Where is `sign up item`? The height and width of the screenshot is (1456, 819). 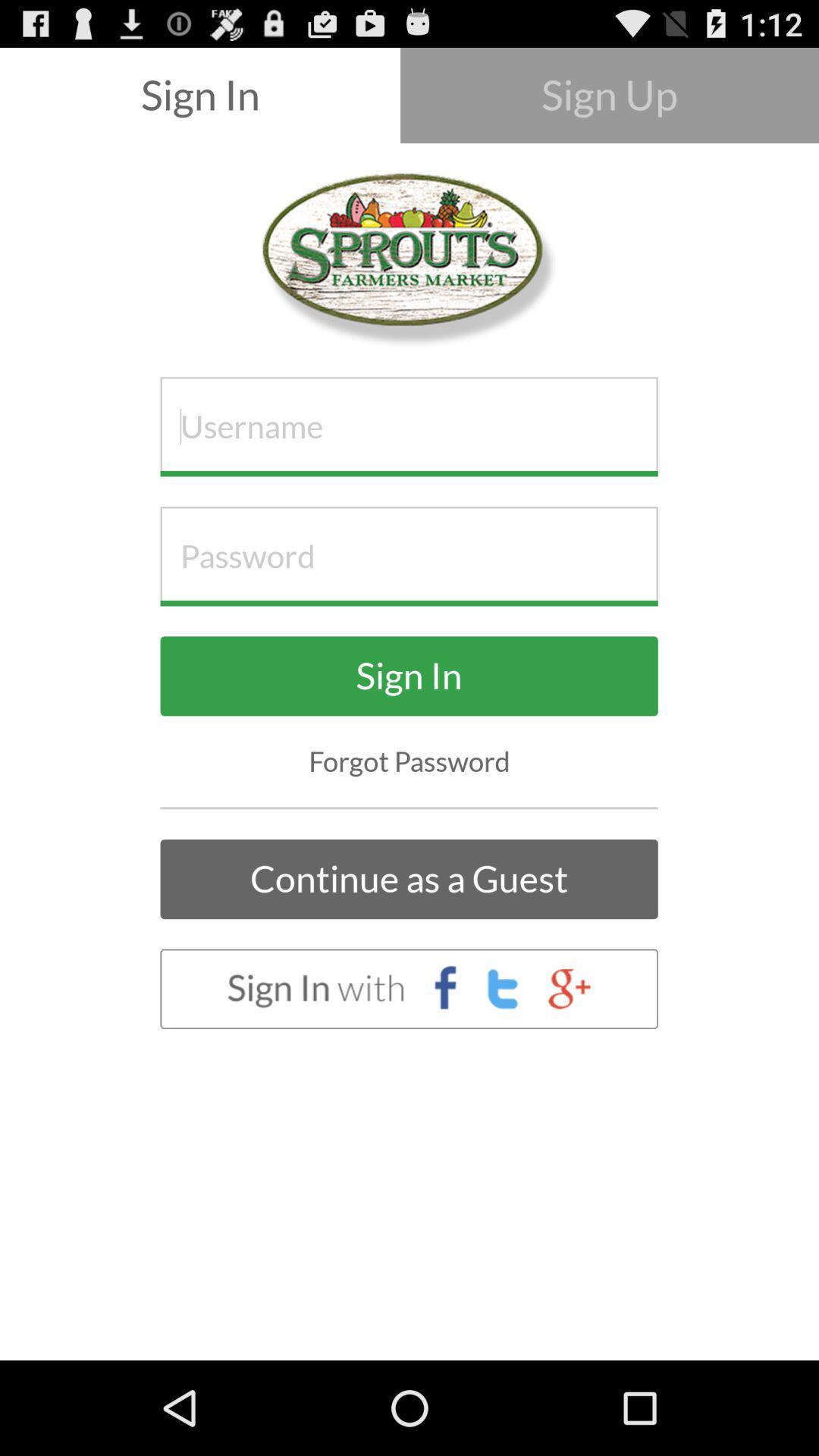 sign up item is located at coordinates (608, 94).